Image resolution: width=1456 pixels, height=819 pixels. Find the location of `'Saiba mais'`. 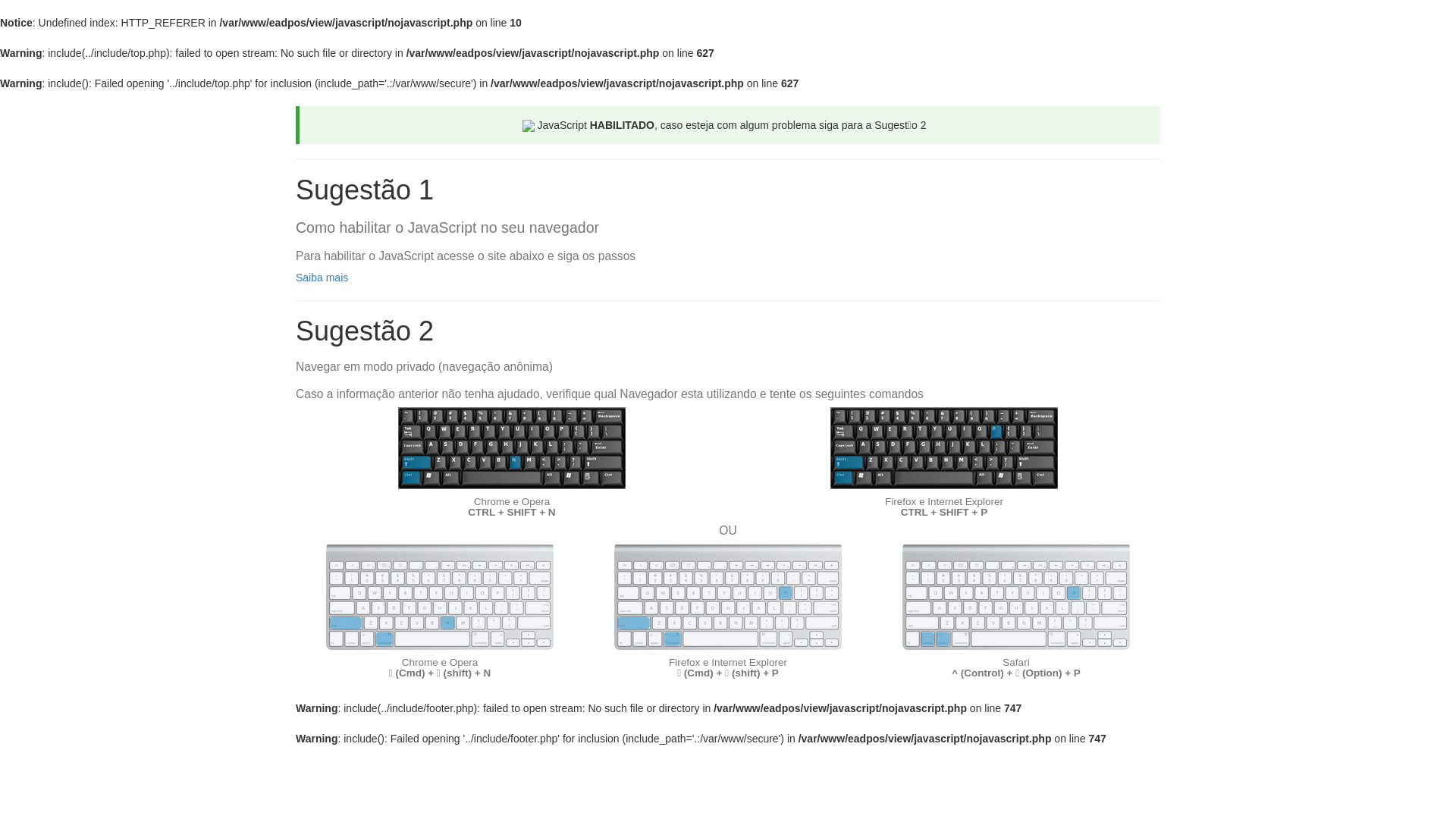

'Saiba mais' is located at coordinates (321, 278).